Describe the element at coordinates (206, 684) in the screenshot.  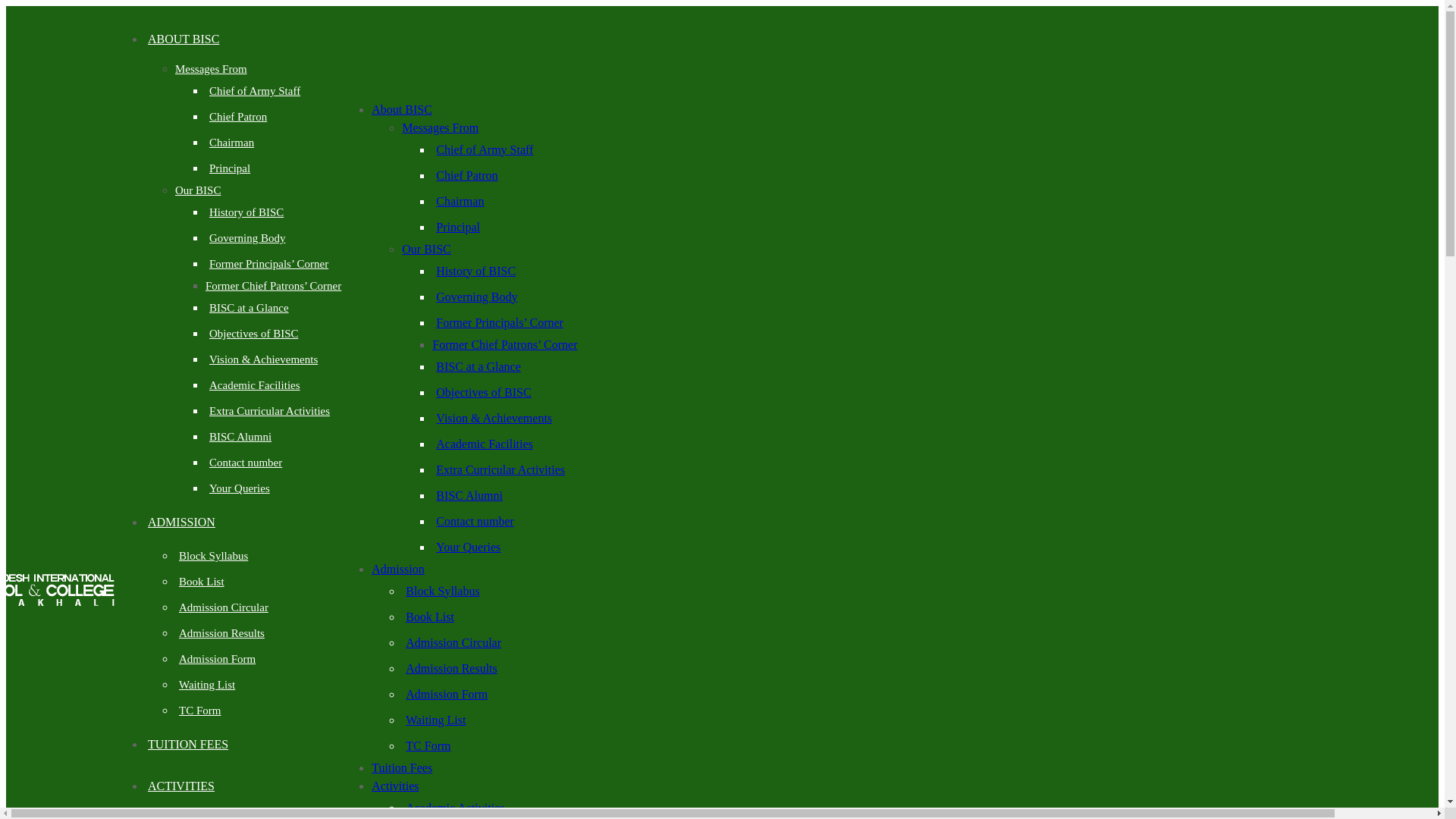
I see `'Waiting List'` at that location.